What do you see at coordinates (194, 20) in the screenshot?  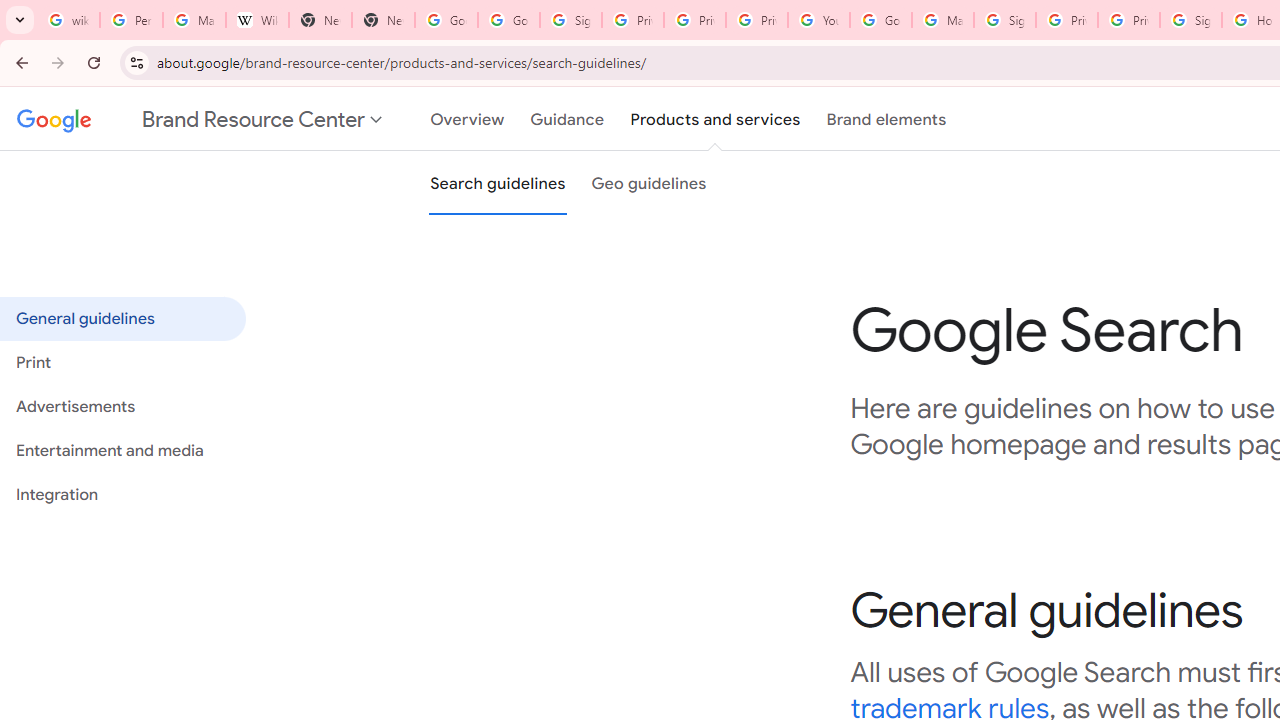 I see `'Manage your Location History - Google Search Help'` at bounding box center [194, 20].